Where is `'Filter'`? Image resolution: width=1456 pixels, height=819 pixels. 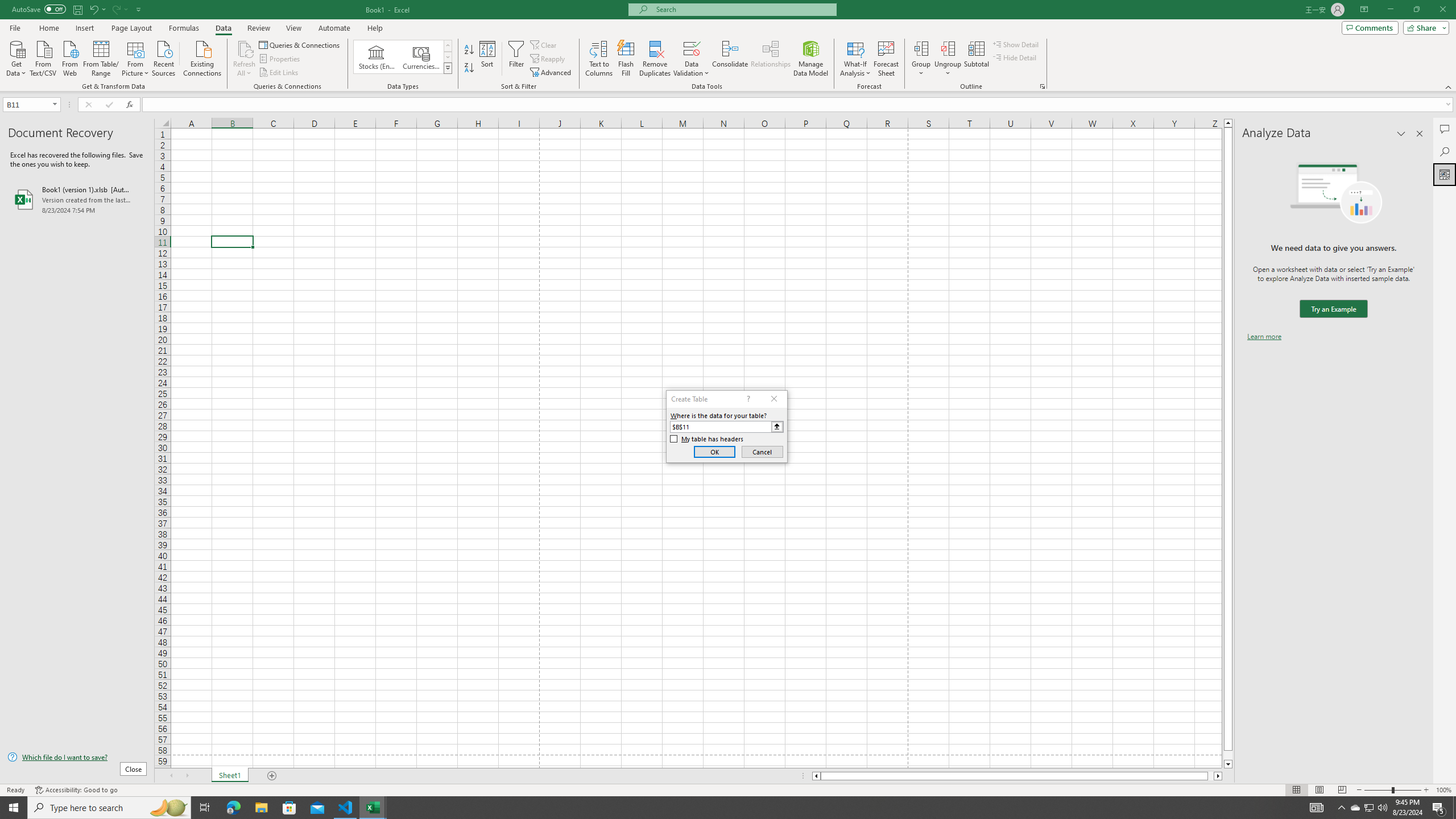
'Filter' is located at coordinates (515, 59).